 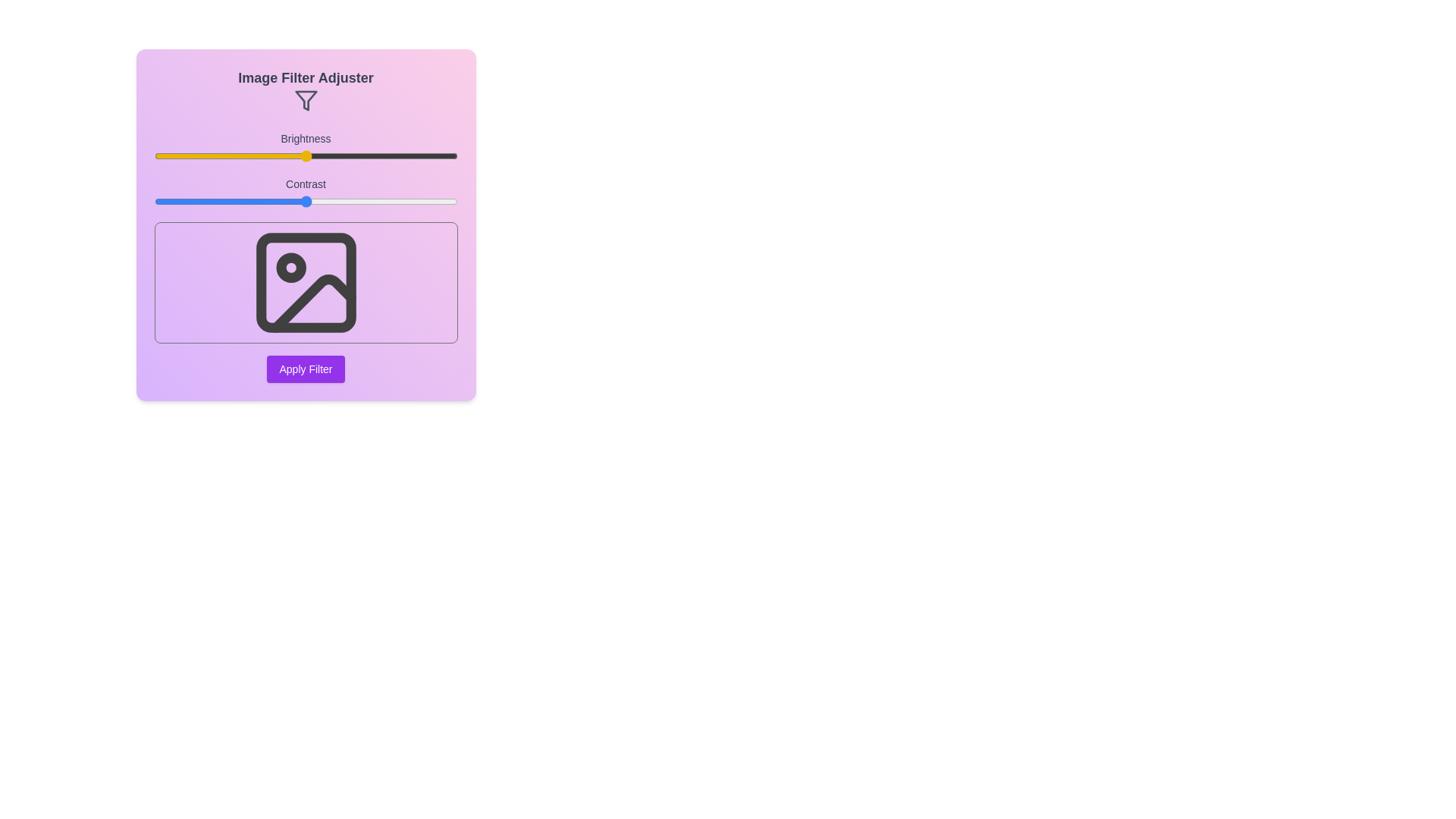 I want to click on the contrast slider to 15%, so click(x=199, y=201).